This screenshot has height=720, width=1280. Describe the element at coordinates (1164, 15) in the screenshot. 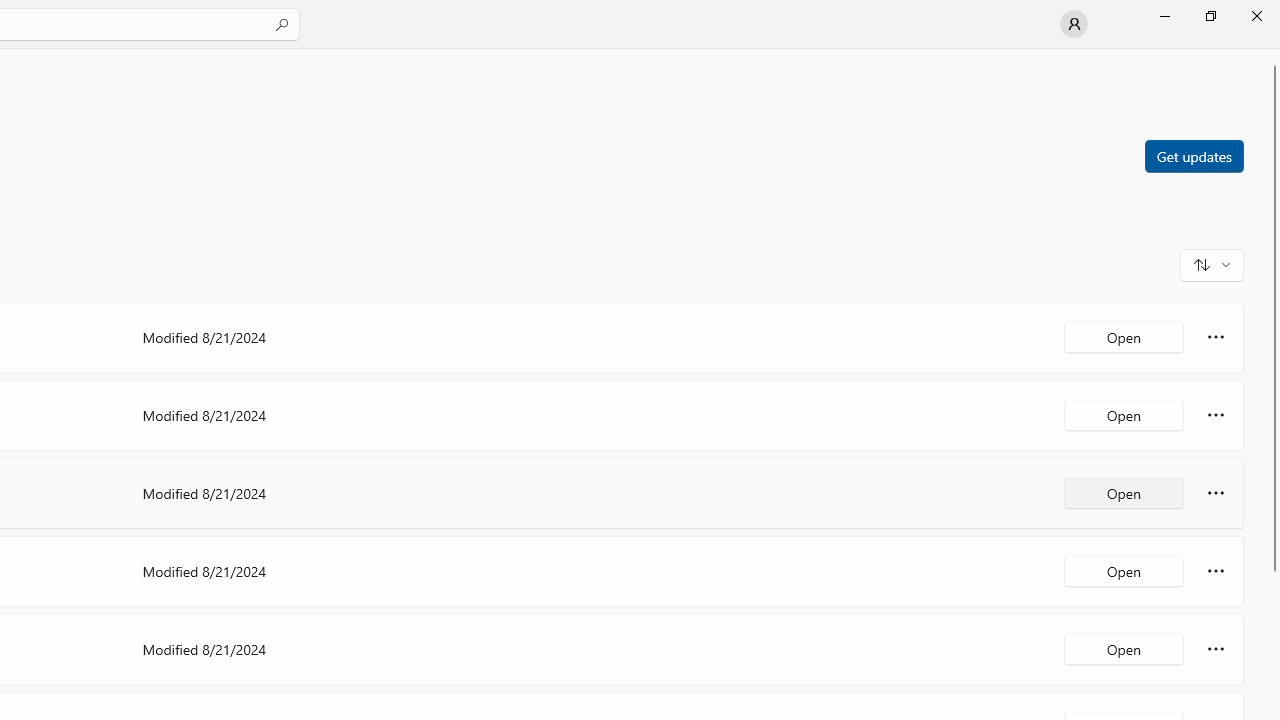

I see `'Minimize Microsoft Store'` at that location.